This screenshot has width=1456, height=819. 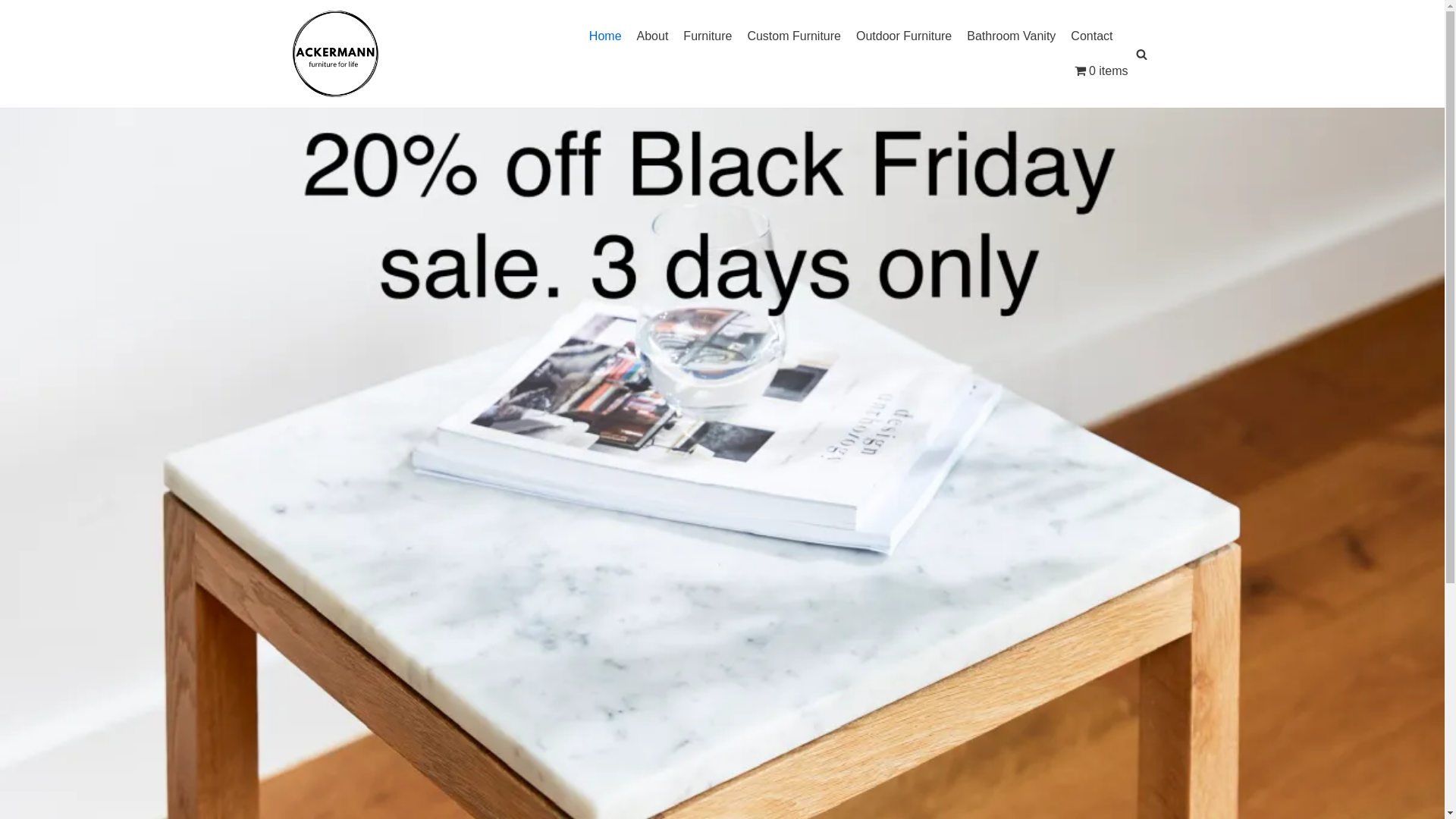 What do you see at coordinates (1011, 35) in the screenshot?
I see `'Bathroom Vanity'` at bounding box center [1011, 35].